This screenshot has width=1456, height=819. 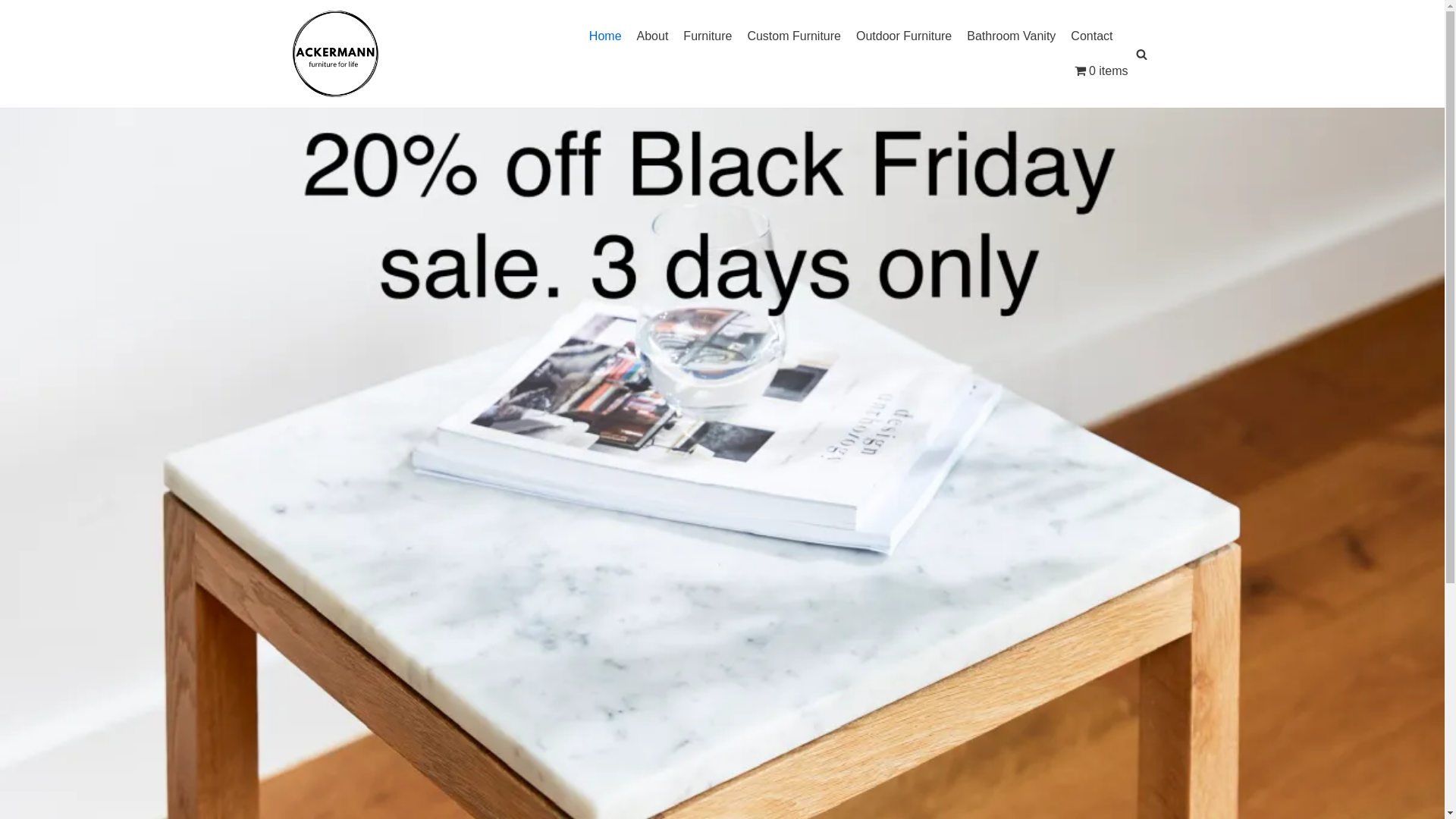 What do you see at coordinates (1011, 35) in the screenshot?
I see `'Bathroom Vanity'` at bounding box center [1011, 35].